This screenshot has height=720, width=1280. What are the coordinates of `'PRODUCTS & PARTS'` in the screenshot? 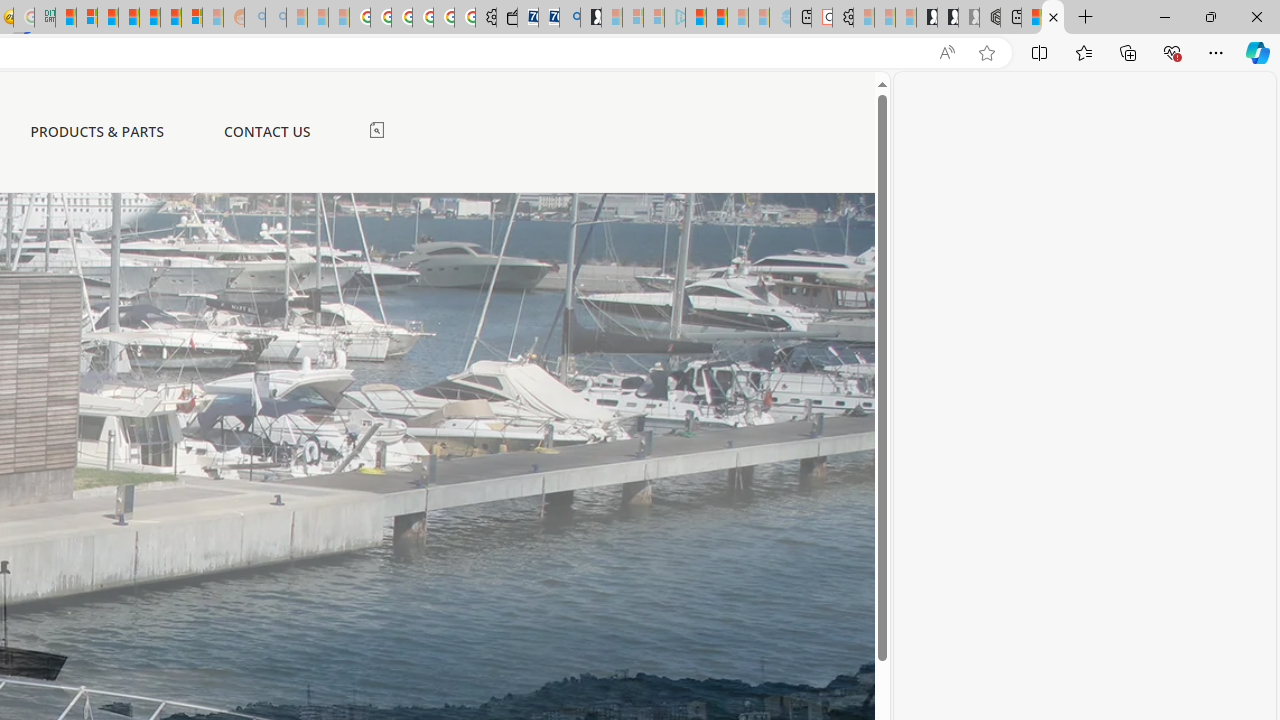 It's located at (96, 132).